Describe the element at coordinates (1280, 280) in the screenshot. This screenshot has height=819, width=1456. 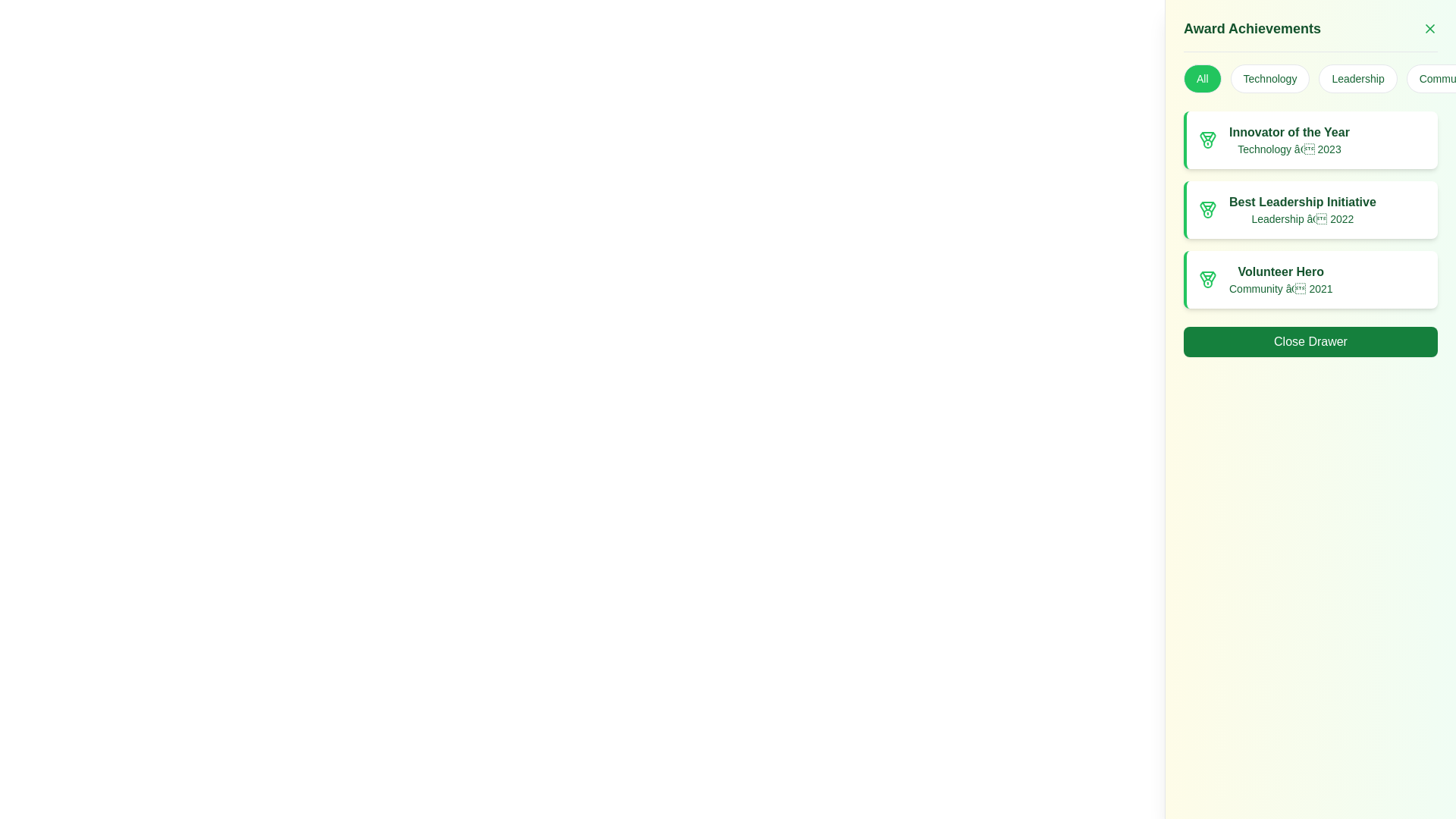
I see `the 'Volunteer Hero' textual display element, which is styled in bold dark green and located in a white card with rounded corners, positioned between 'Best Leadership Initiative' and the 'Close Drawer' button` at that location.